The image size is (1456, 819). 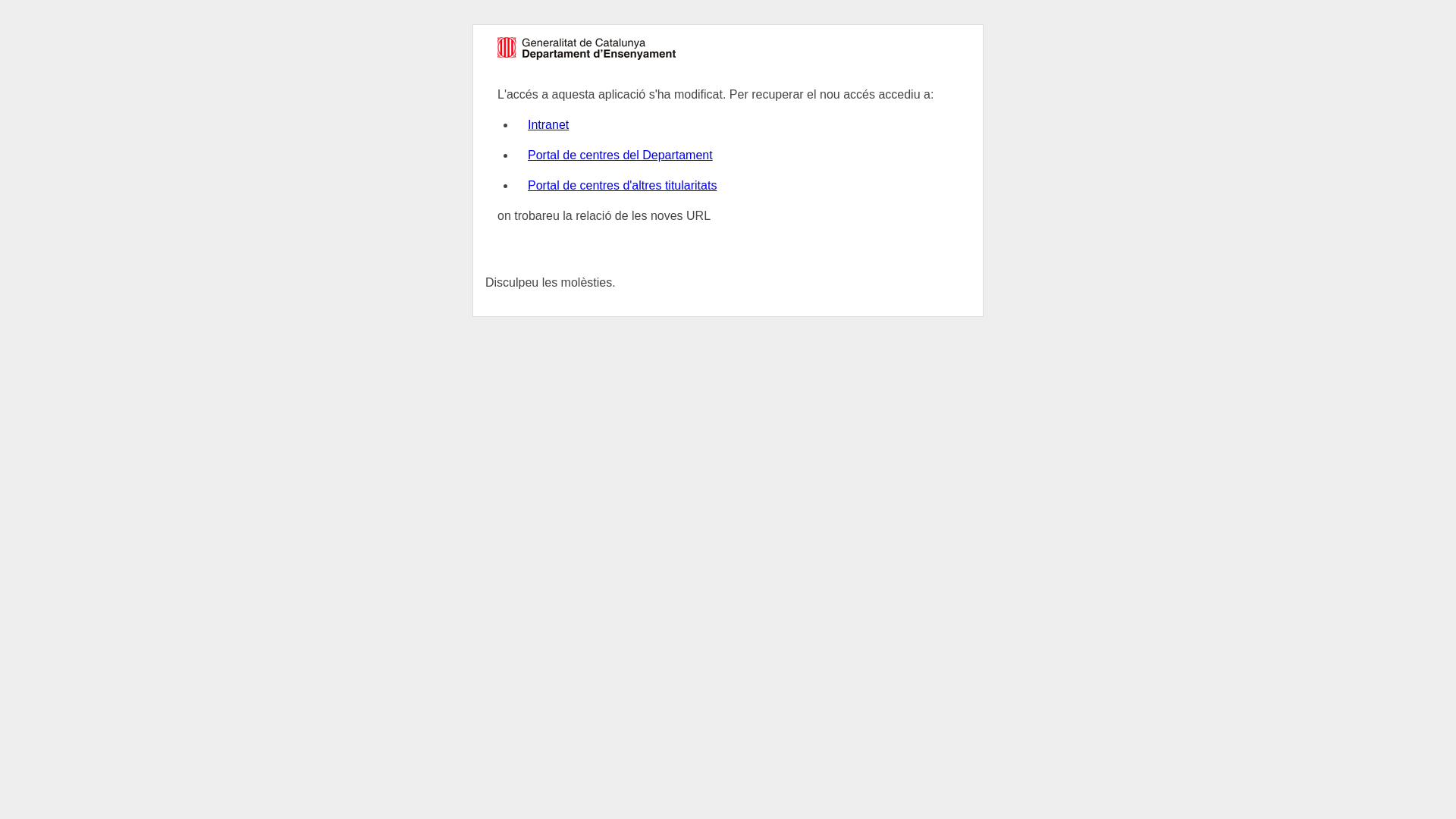 I want to click on 'Portal de centres del Departament', so click(x=620, y=155).